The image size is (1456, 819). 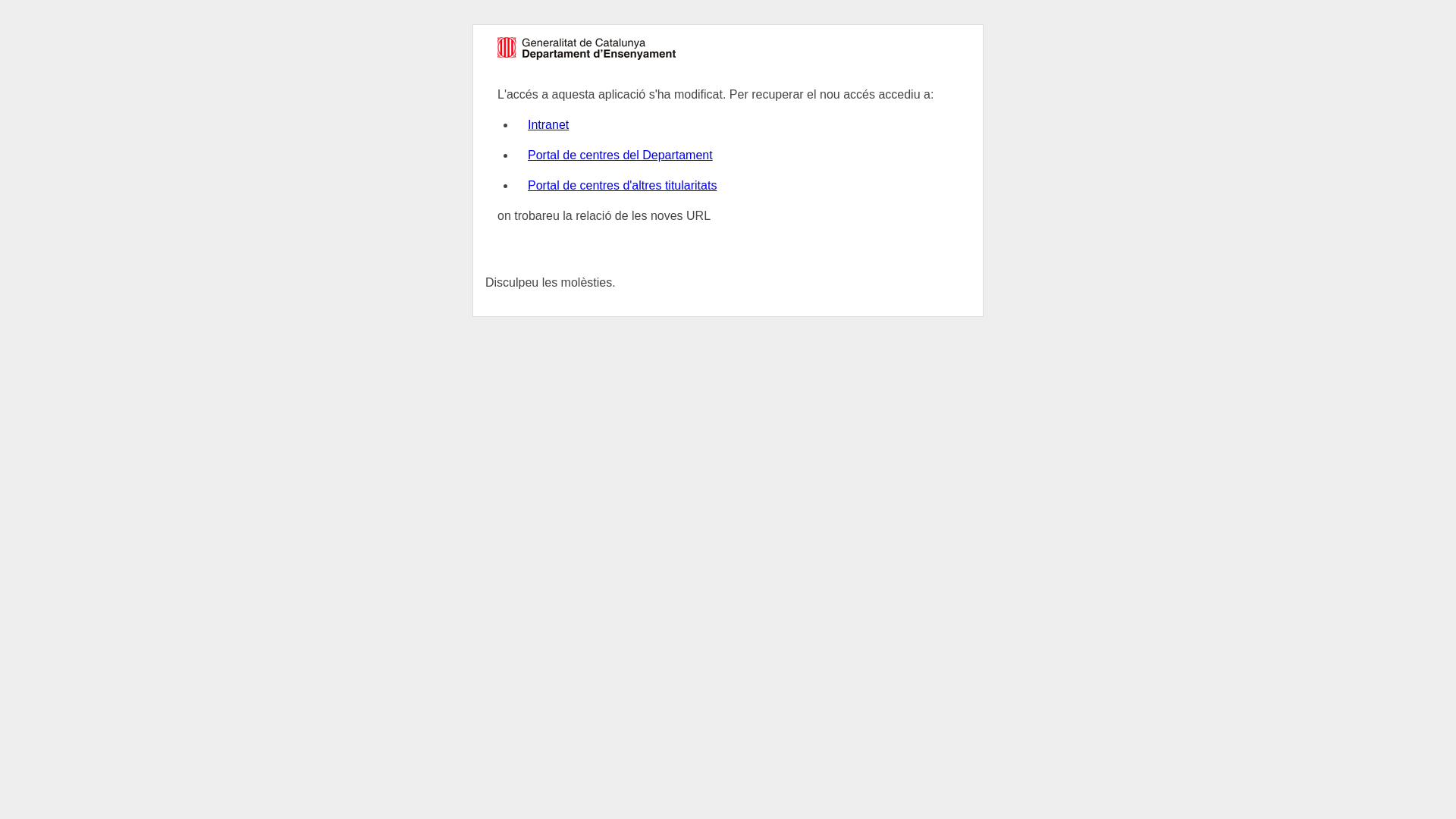 I want to click on 'Portal de centres del Departament', so click(x=620, y=155).